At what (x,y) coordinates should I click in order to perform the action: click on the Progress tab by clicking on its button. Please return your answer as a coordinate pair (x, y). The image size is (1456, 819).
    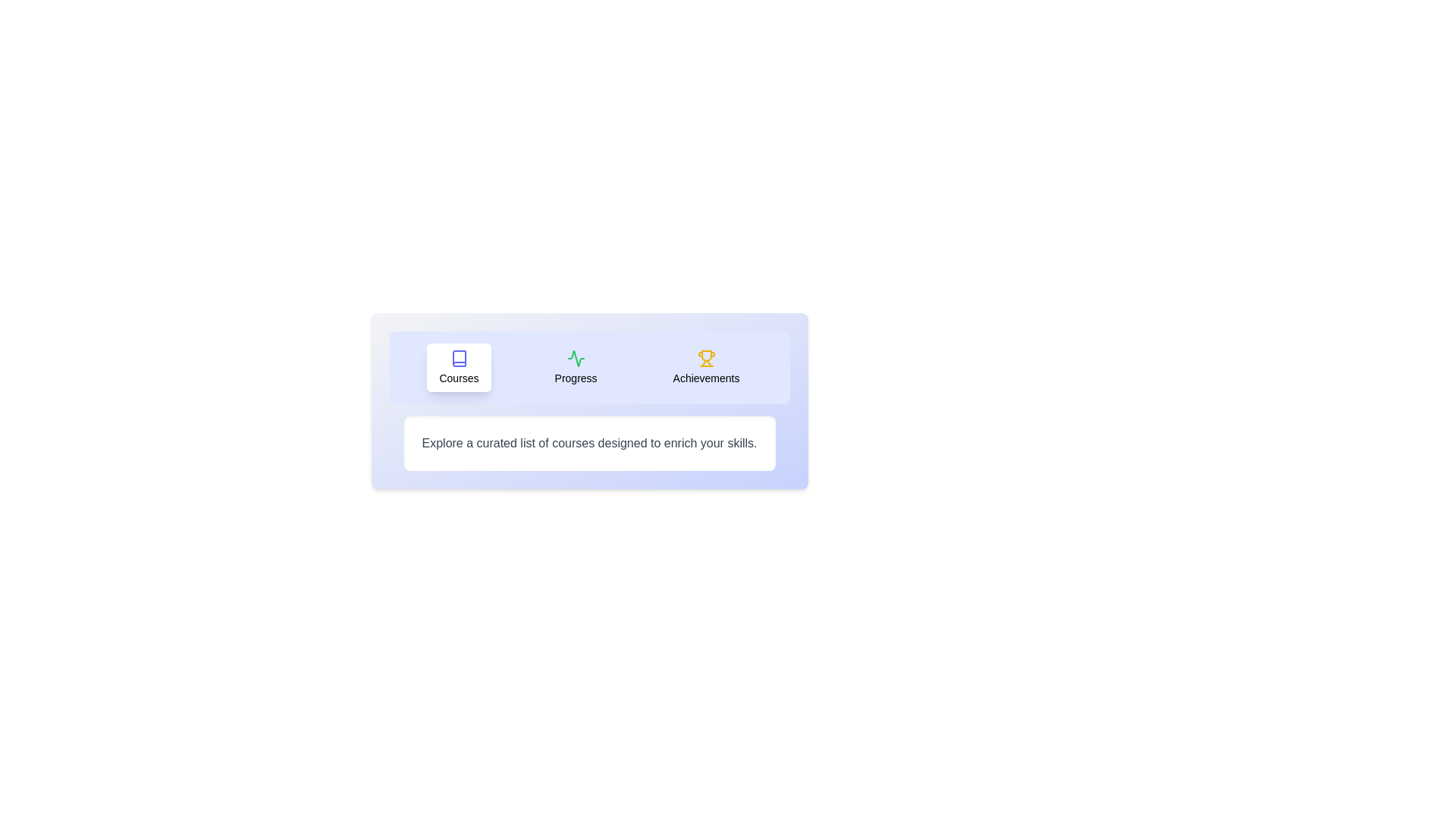
    Looking at the image, I should click on (575, 368).